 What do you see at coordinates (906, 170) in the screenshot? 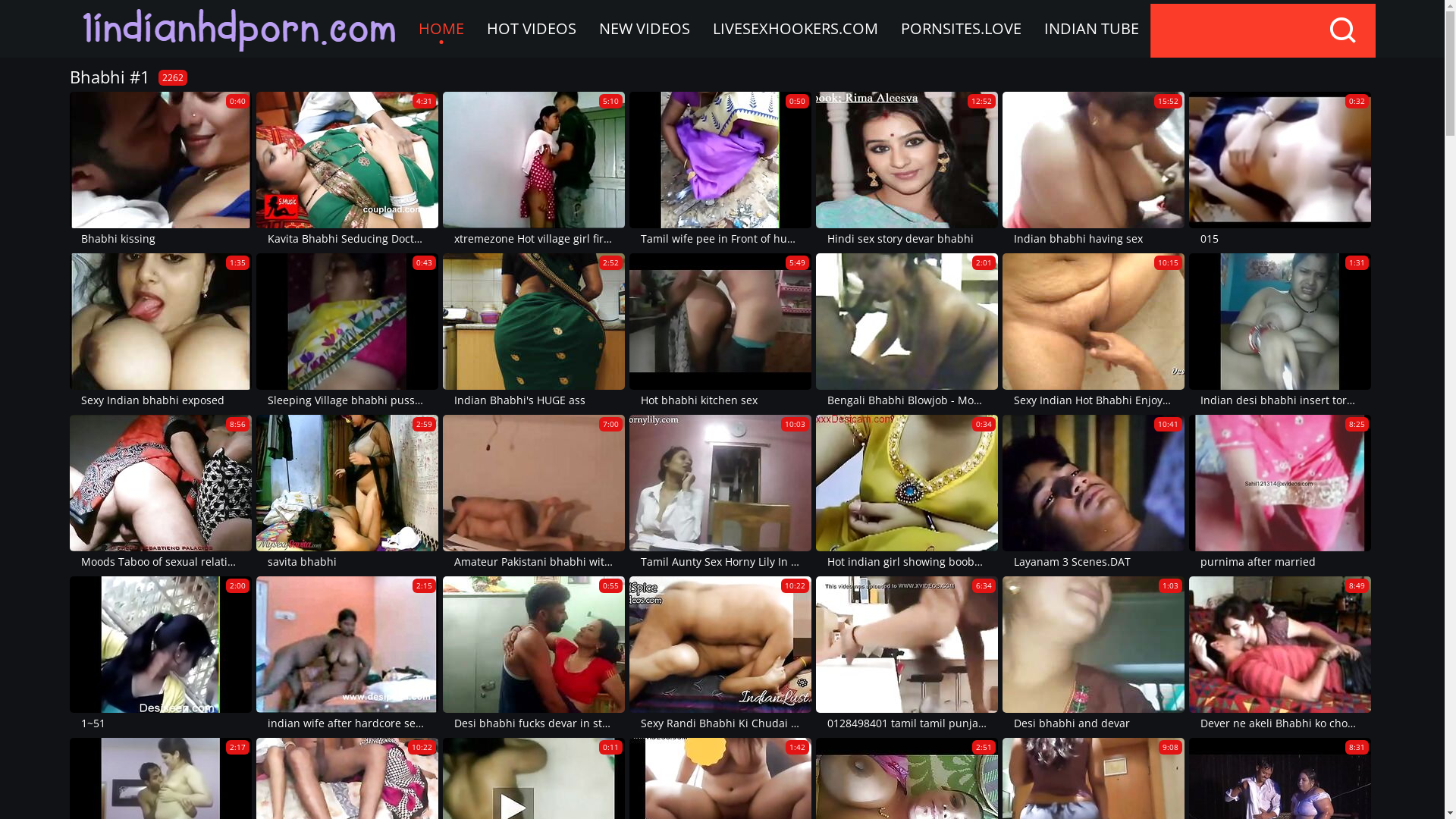
I see `'12:52` at bounding box center [906, 170].